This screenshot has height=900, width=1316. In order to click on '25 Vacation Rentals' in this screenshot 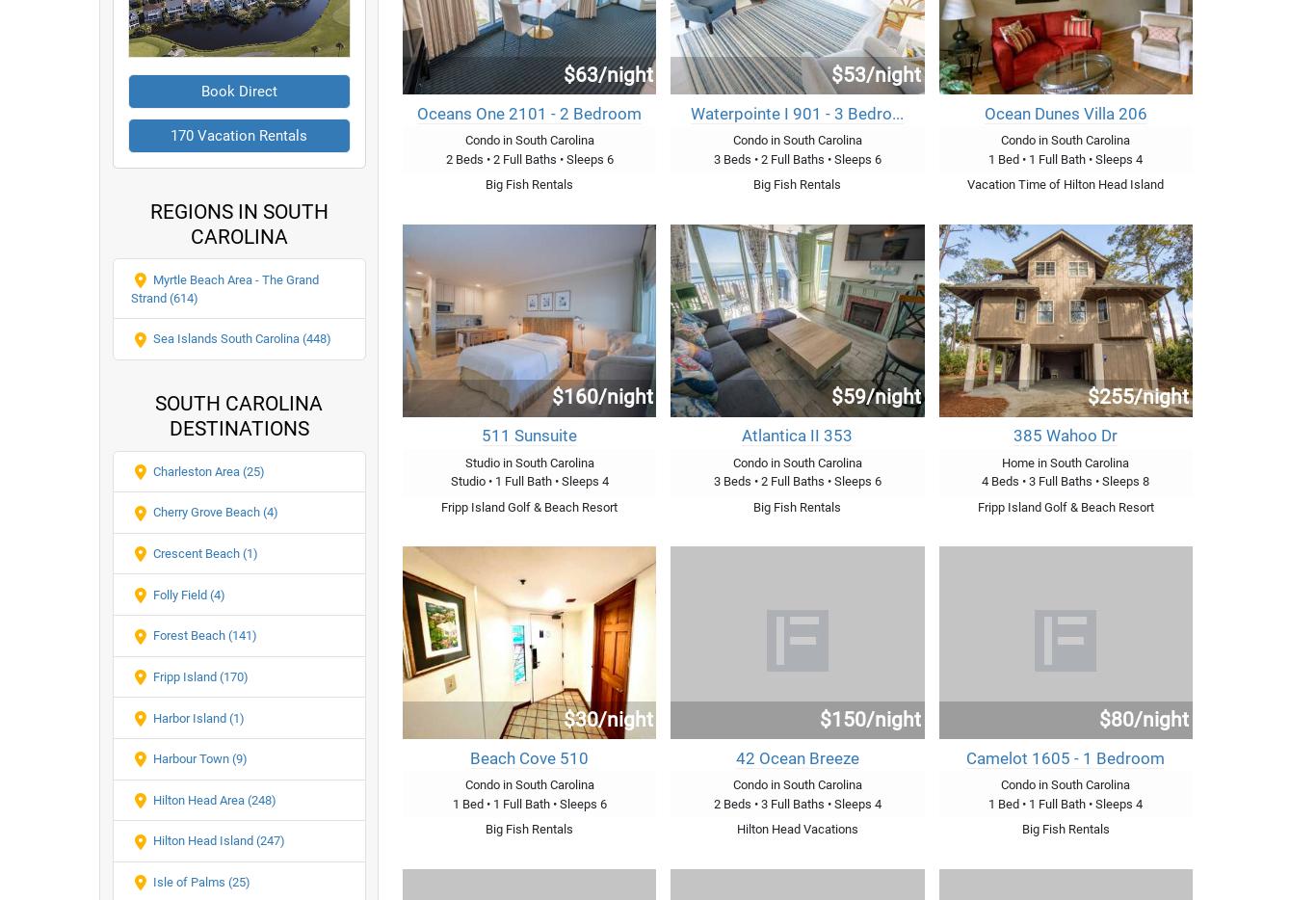, I will do `click(547, 289)`.